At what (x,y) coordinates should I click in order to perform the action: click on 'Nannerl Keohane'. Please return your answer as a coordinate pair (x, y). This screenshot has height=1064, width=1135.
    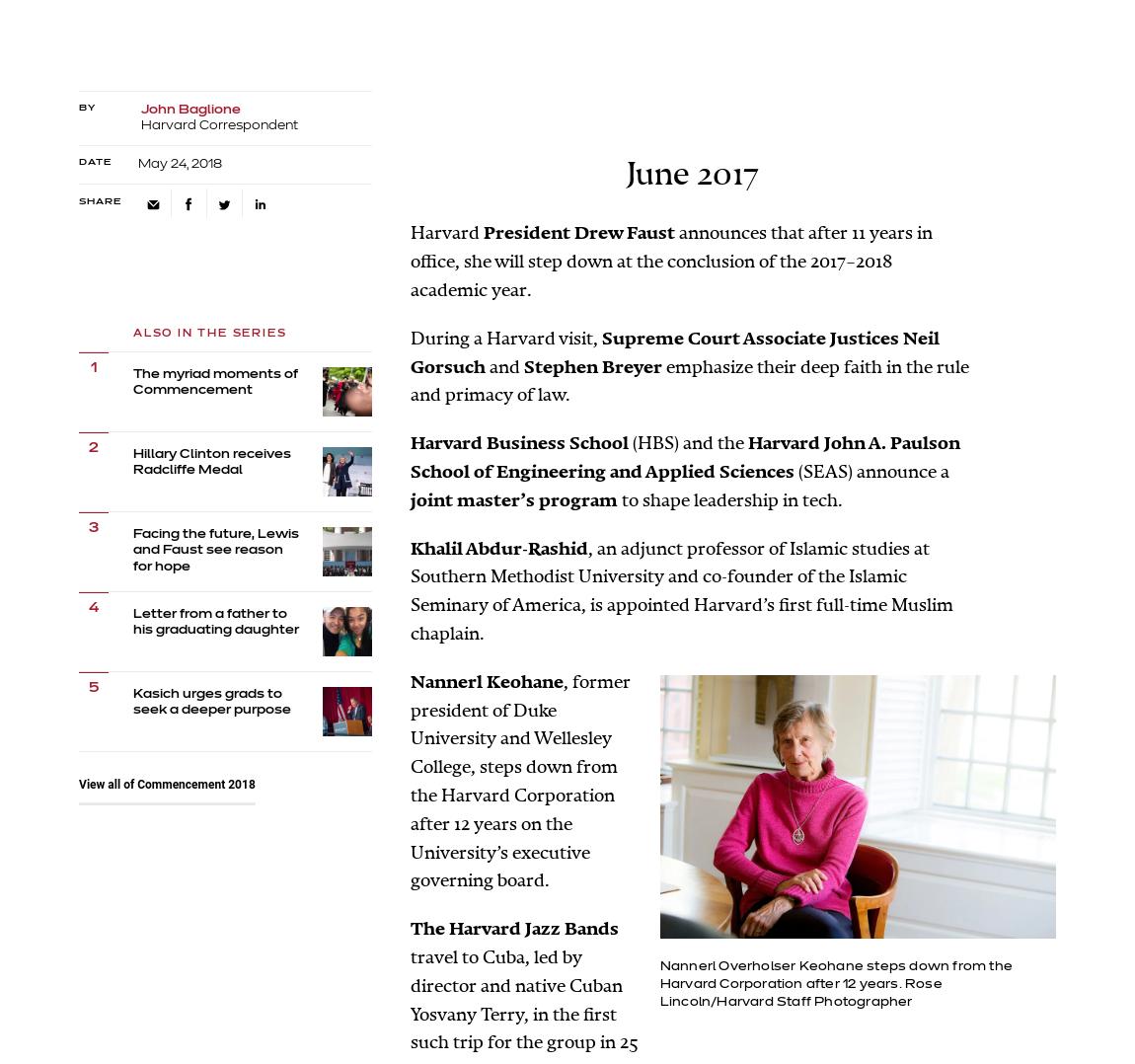
    Looking at the image, I should click on (487, 681).